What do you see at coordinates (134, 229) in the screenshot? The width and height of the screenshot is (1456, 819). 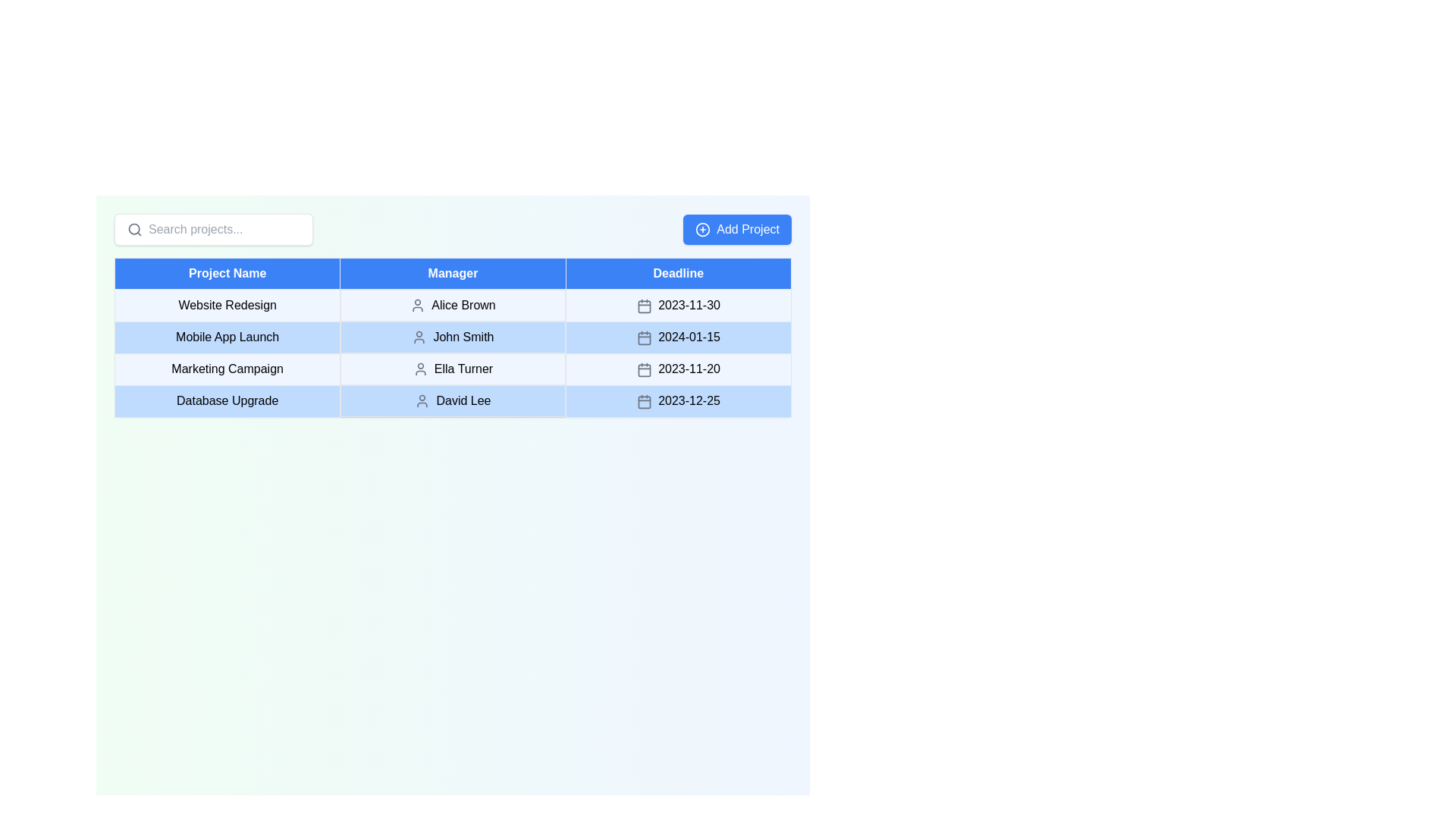 I see `the SVG circle element that represents the lens portion of the search icon, which is located to the left of the search bar` at bounding box center [134, 229].